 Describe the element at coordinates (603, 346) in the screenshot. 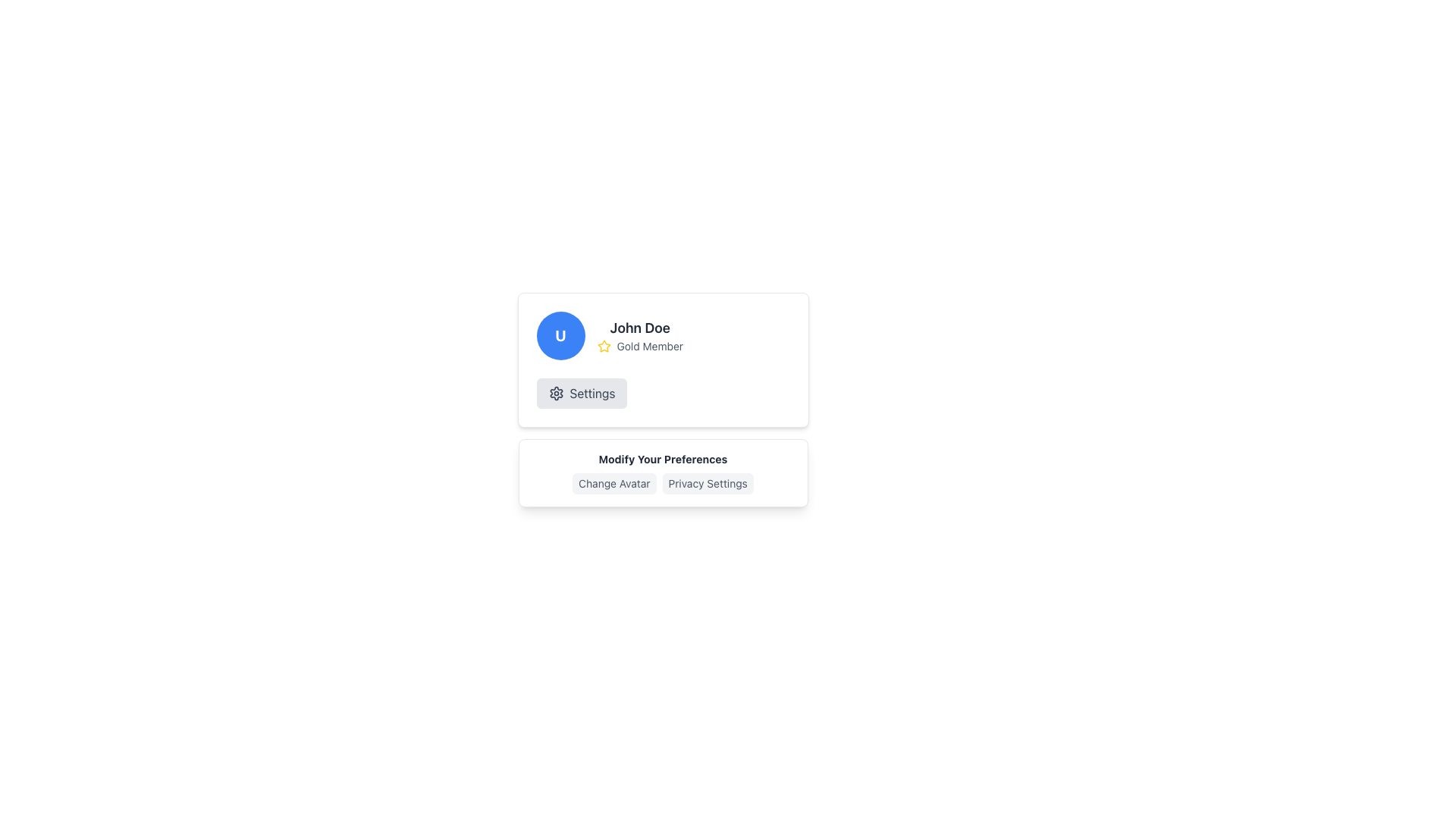

I see `the star-shaped icon with a yellow outline, associated with the 'Gold Member' label, located to the left of the label and above the 'Settings' button` at that location.